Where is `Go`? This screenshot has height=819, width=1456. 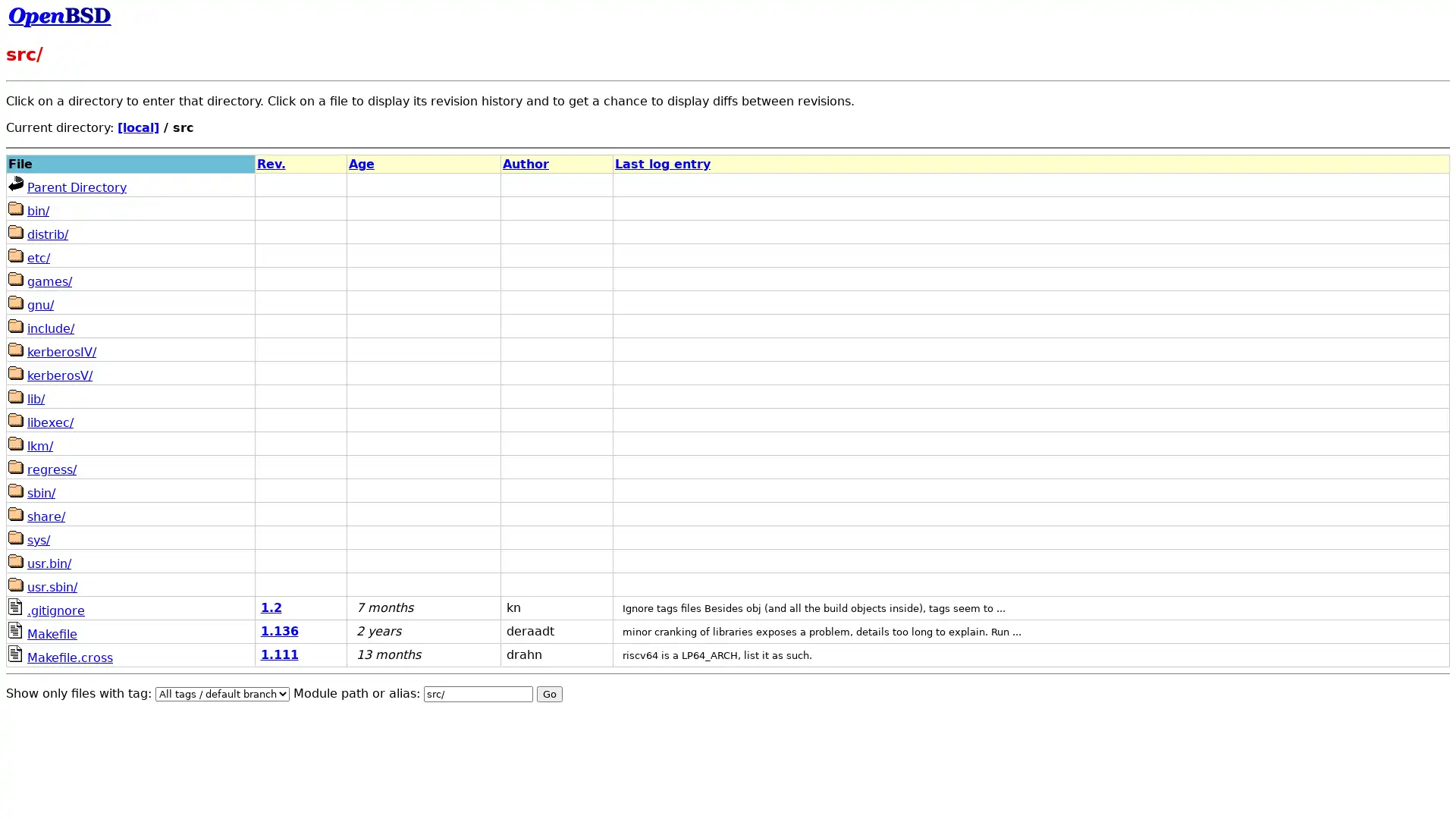 Go is located at coordinates (548, 693).